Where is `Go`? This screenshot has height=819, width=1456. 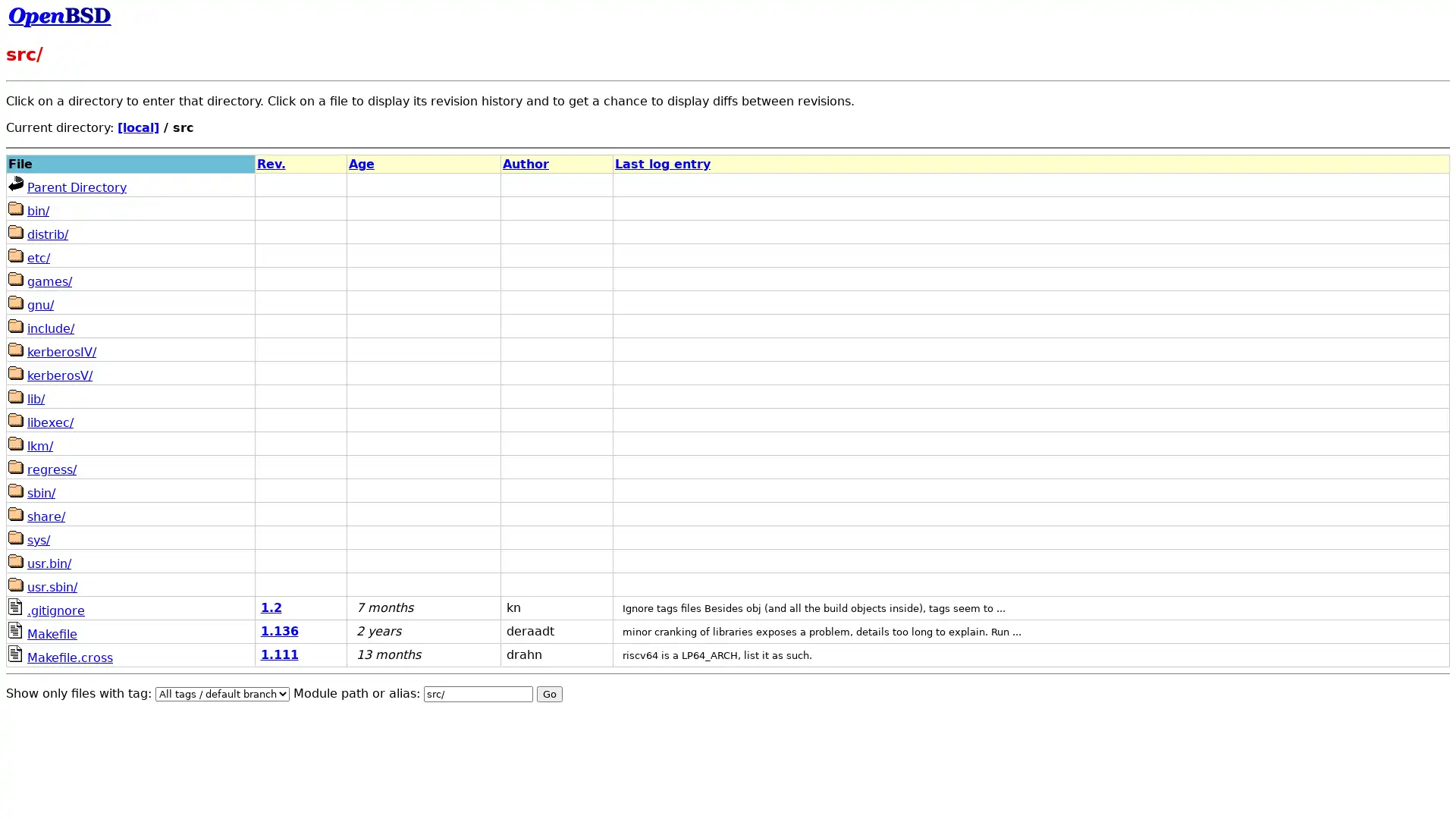 Go is located at coordinates (548, 693).